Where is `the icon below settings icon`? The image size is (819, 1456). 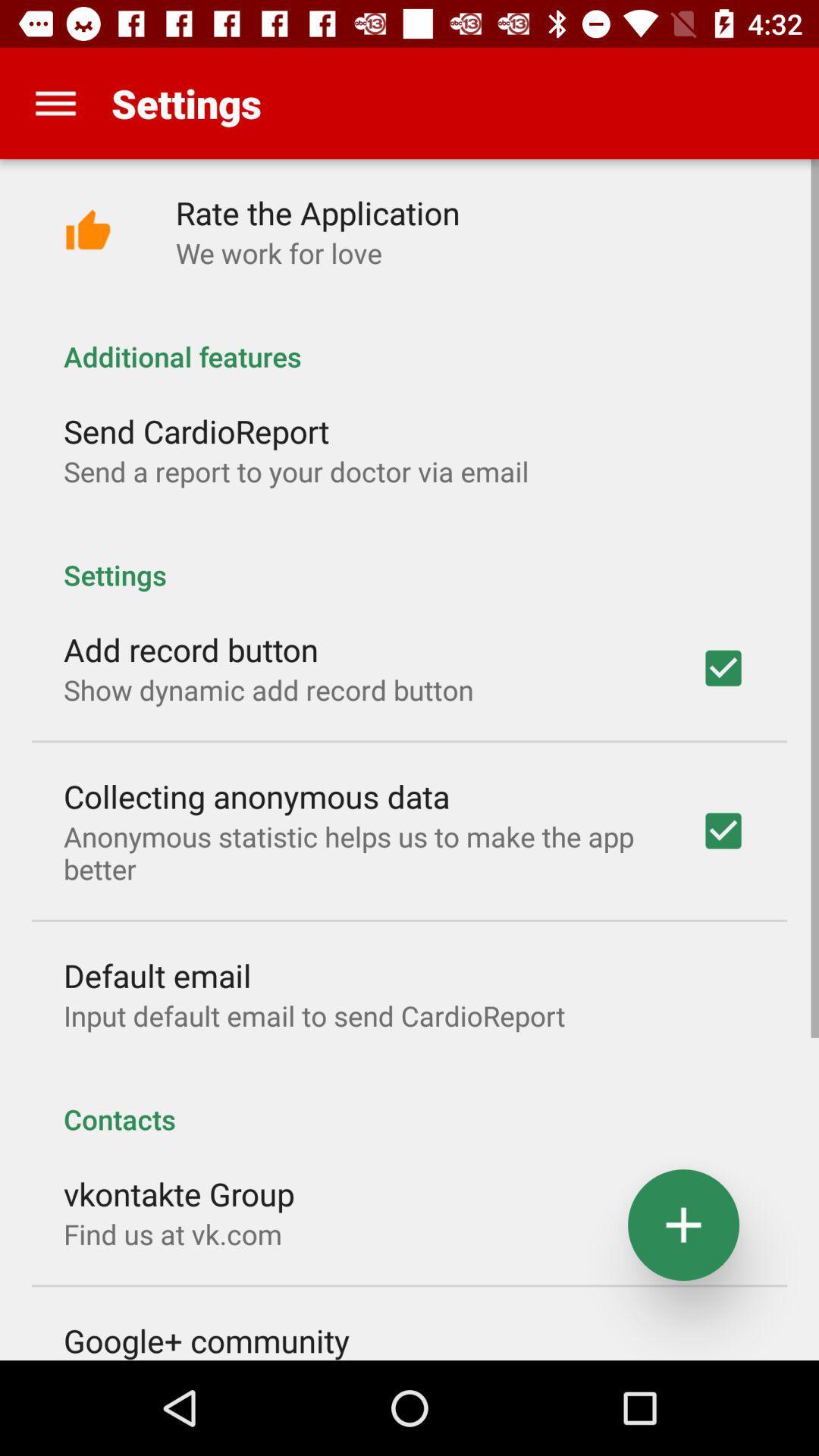
the icon below settings icon is located at coordinates (317, 212).